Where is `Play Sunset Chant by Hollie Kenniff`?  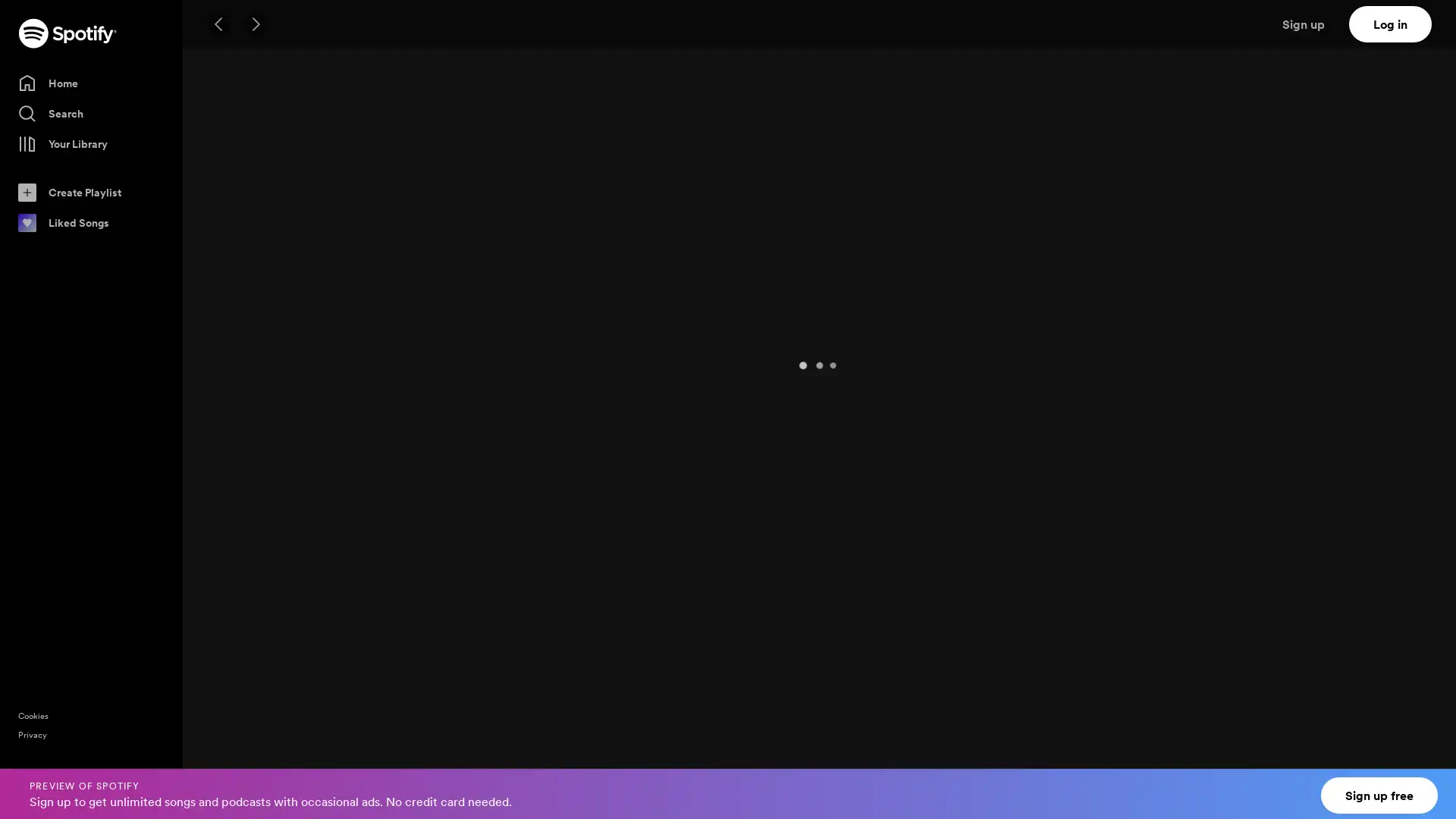
Play Sunset Chant by Hollie Kenniff is located at coordinates (225, 696).